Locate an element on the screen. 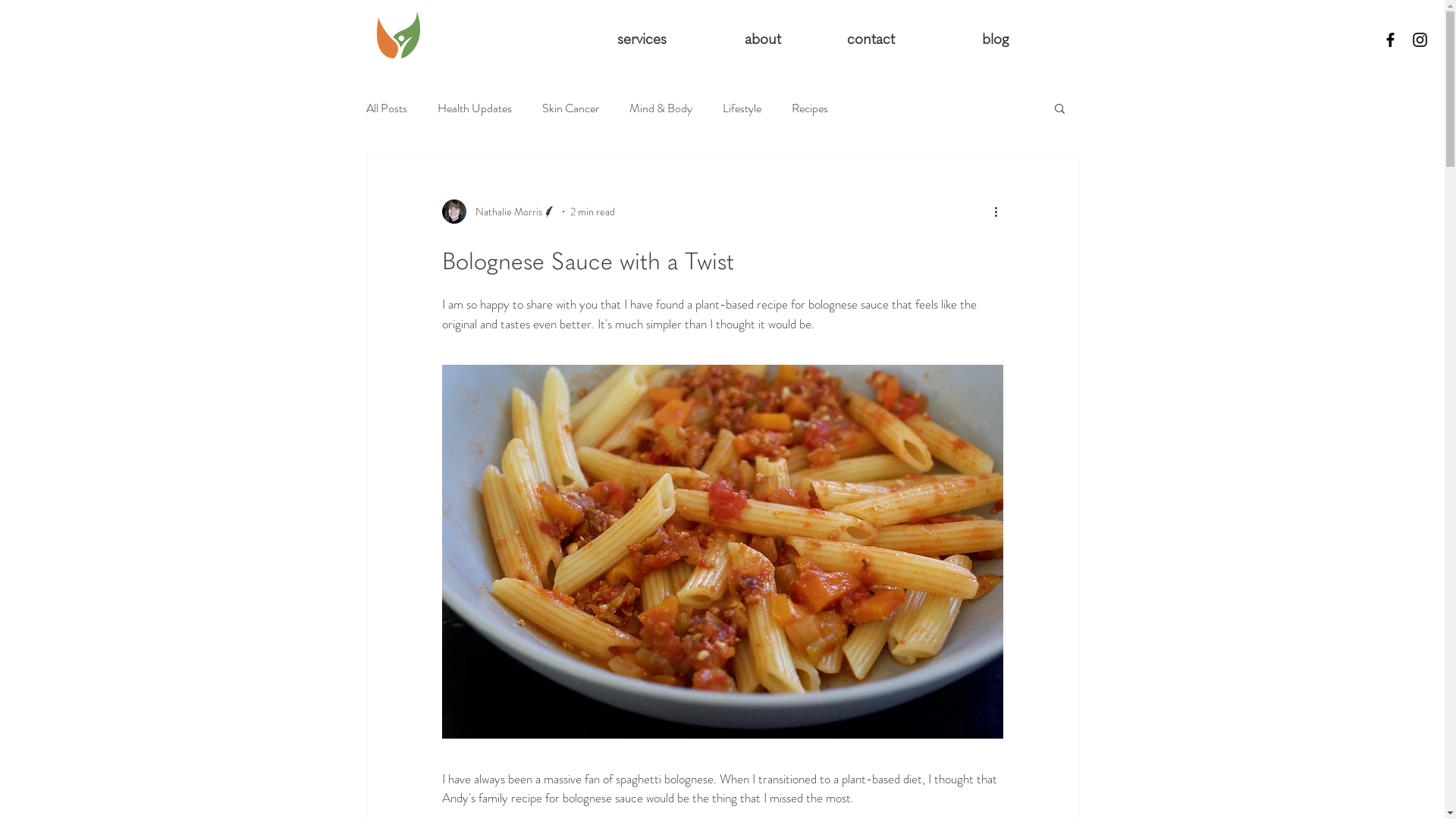  'Skin Cancer' is located at coordinates (569, 106).